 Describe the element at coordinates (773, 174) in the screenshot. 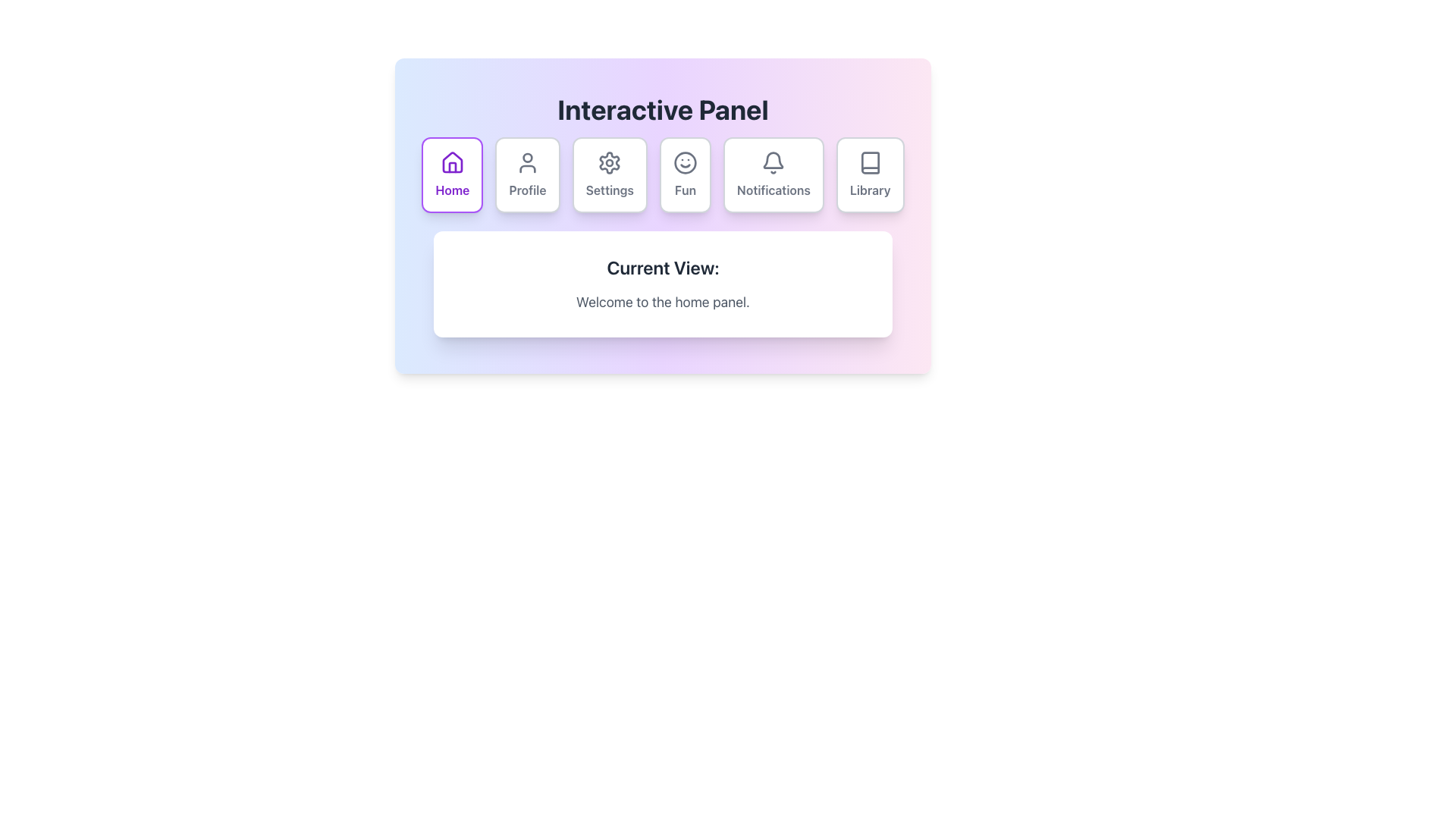

I see `the Notifications button, which is a rectangular component with a white background and a bell icon above the text 'Notifications', positioned fifth from the left` at that location.